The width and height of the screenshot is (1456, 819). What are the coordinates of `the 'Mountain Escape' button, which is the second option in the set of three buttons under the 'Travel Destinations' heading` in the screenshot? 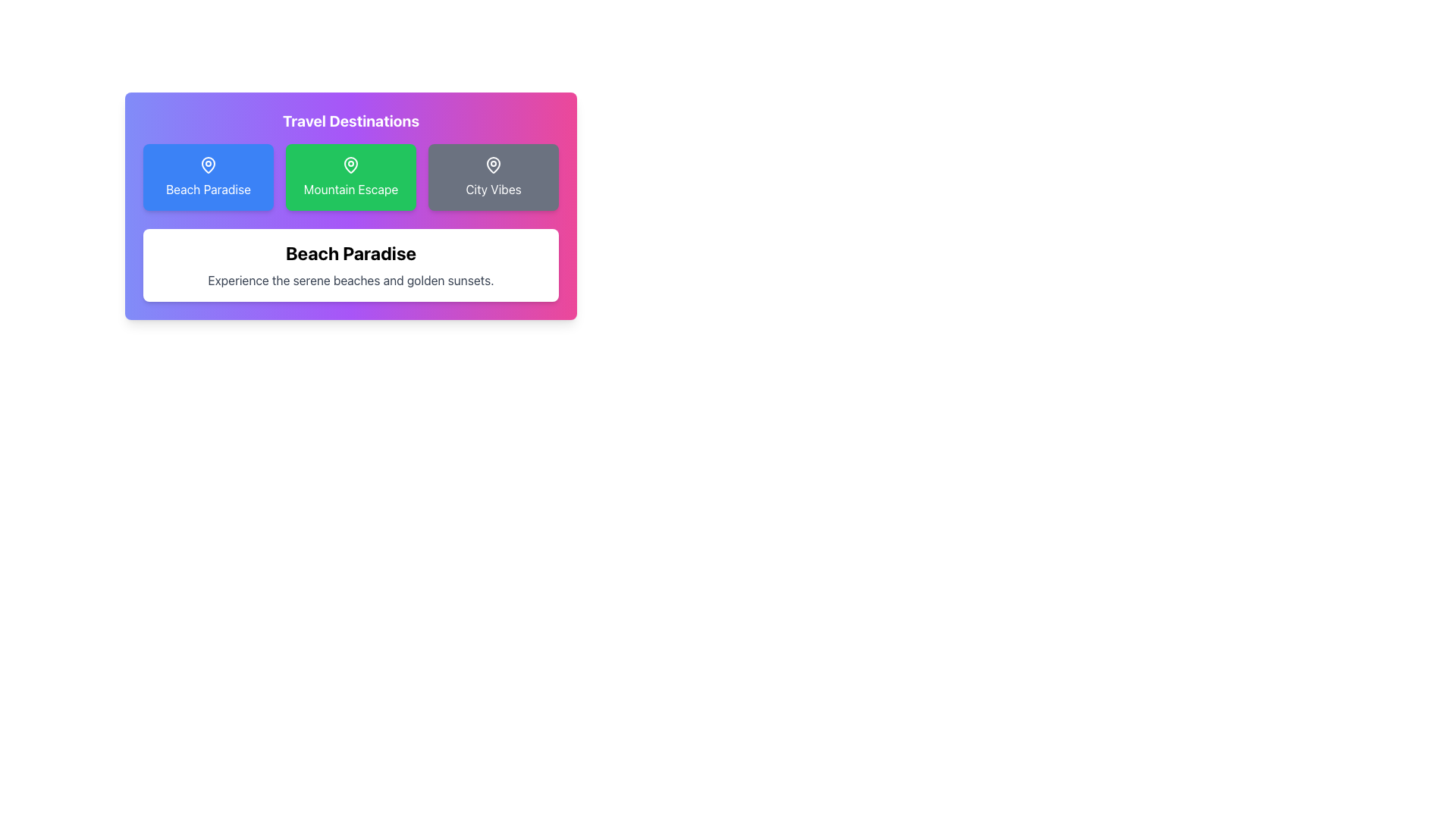 It's located at (350, 177).